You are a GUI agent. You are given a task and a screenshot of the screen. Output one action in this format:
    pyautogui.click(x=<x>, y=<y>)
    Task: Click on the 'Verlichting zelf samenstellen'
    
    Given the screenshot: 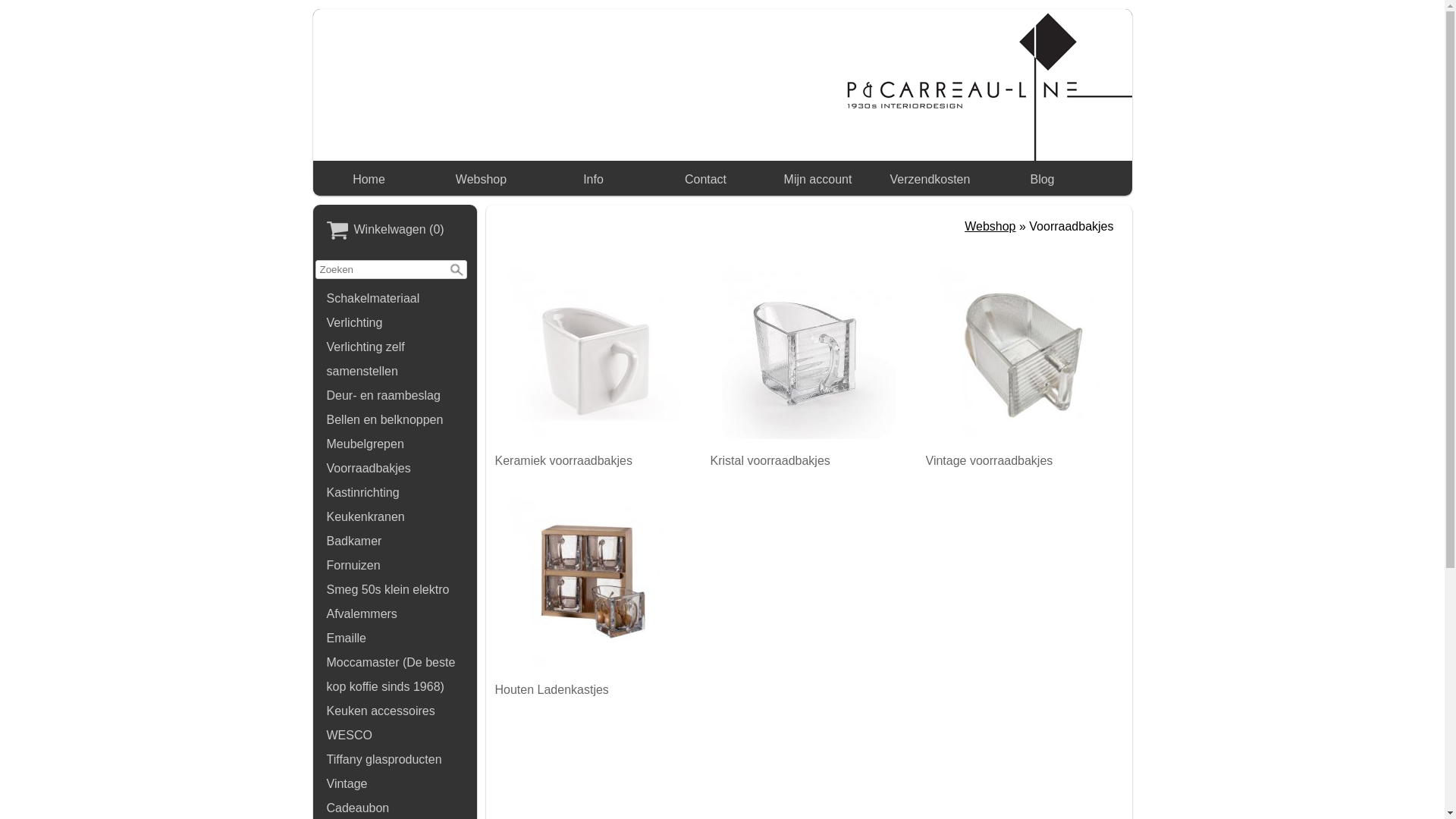 What is the action you would take?
    pyautogui.click(x=315, y=359)
    